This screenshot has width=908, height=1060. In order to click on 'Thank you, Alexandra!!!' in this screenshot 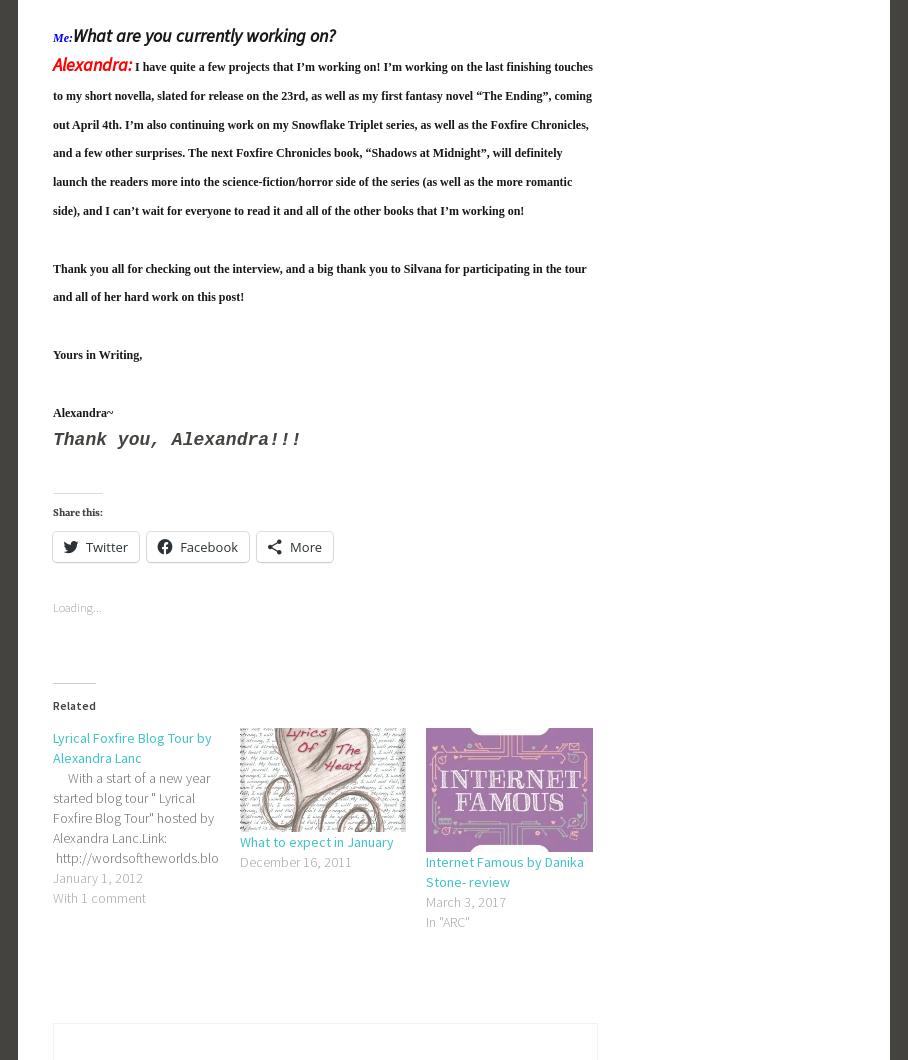, I will do `click(175, 439)`.